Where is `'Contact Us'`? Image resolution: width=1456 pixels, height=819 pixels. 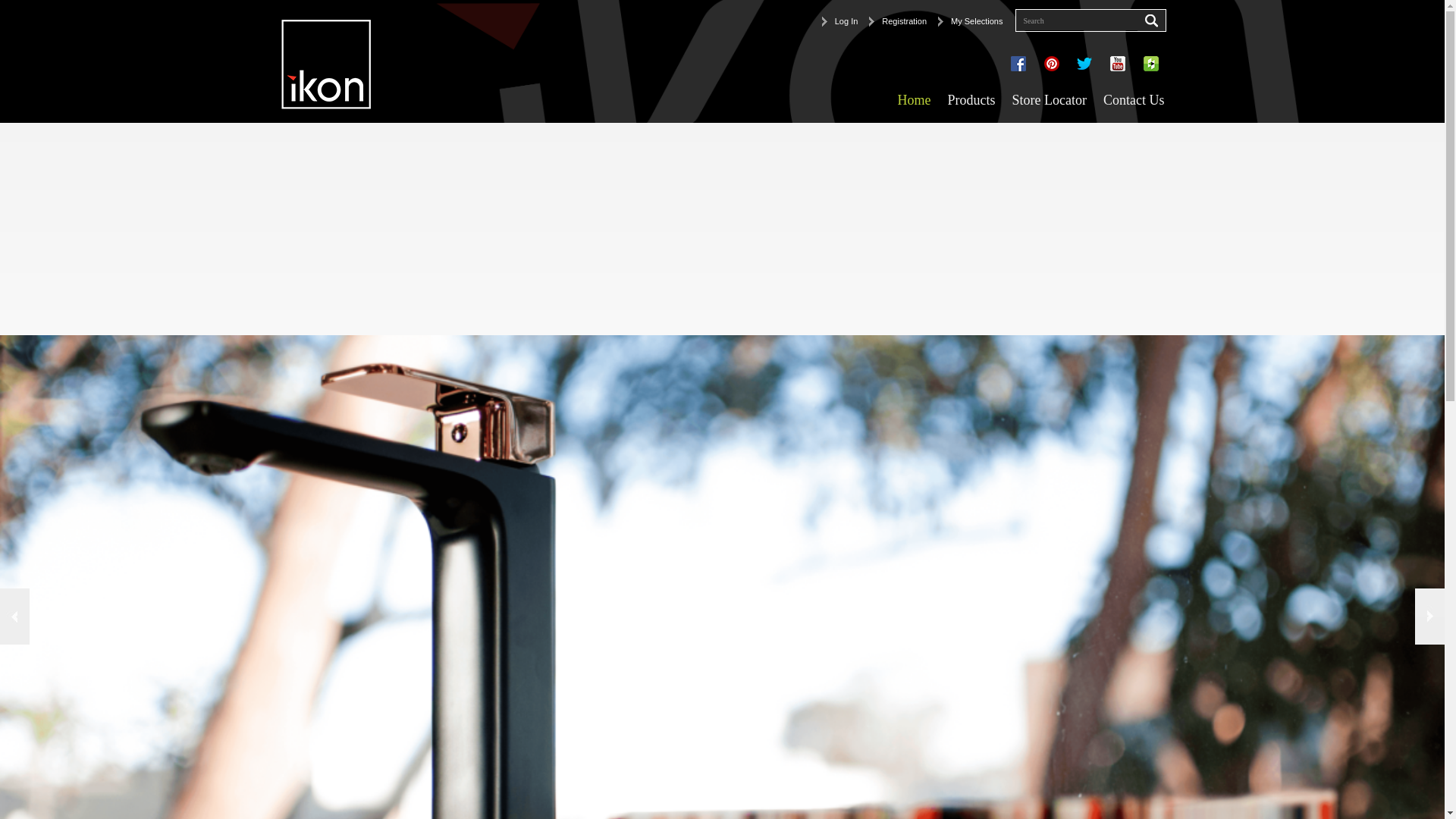 'Contact Us' is located at coordinates (1095, 100).